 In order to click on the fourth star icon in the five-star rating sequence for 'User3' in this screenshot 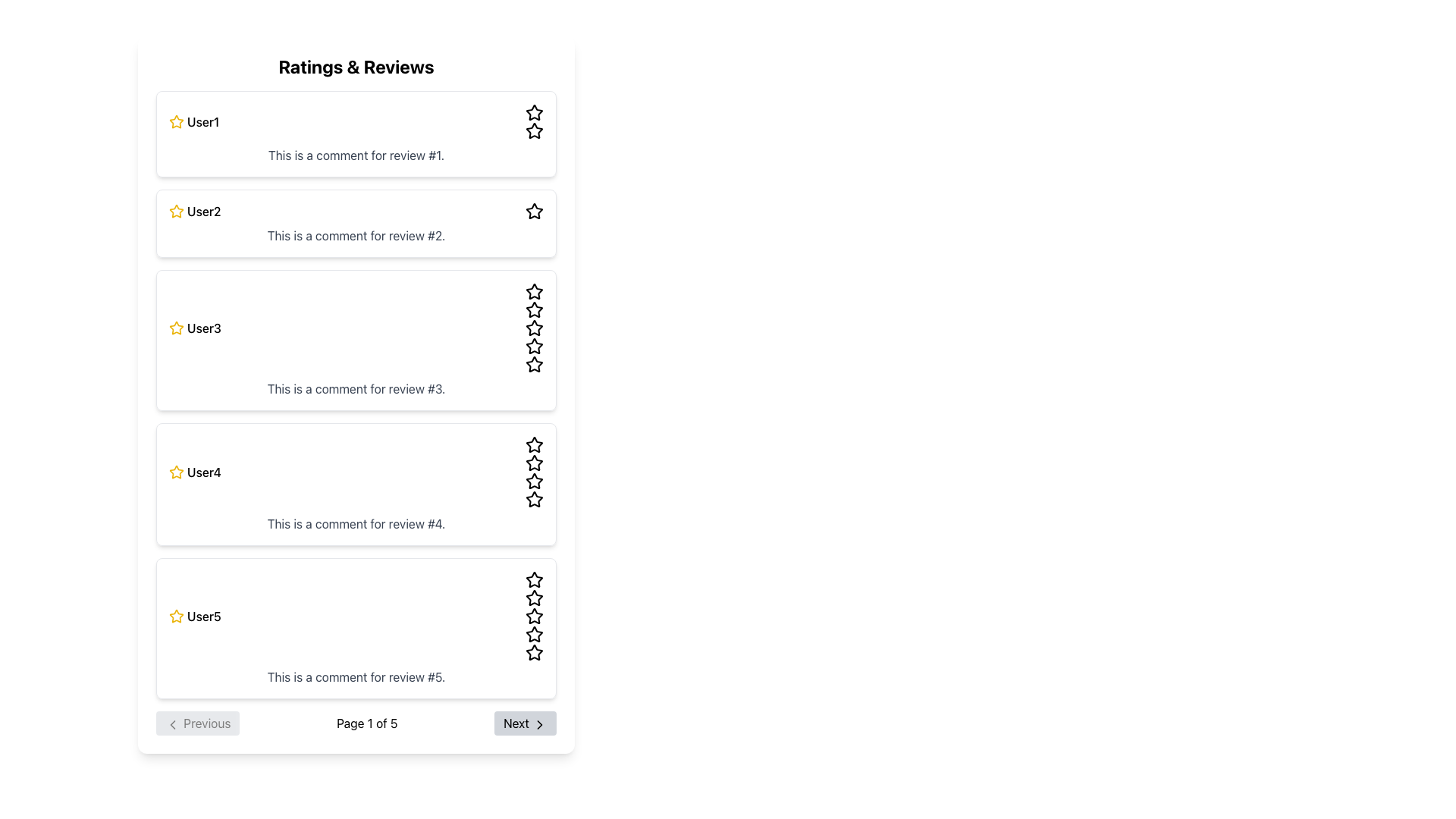, I will do `click(535, 364)`.